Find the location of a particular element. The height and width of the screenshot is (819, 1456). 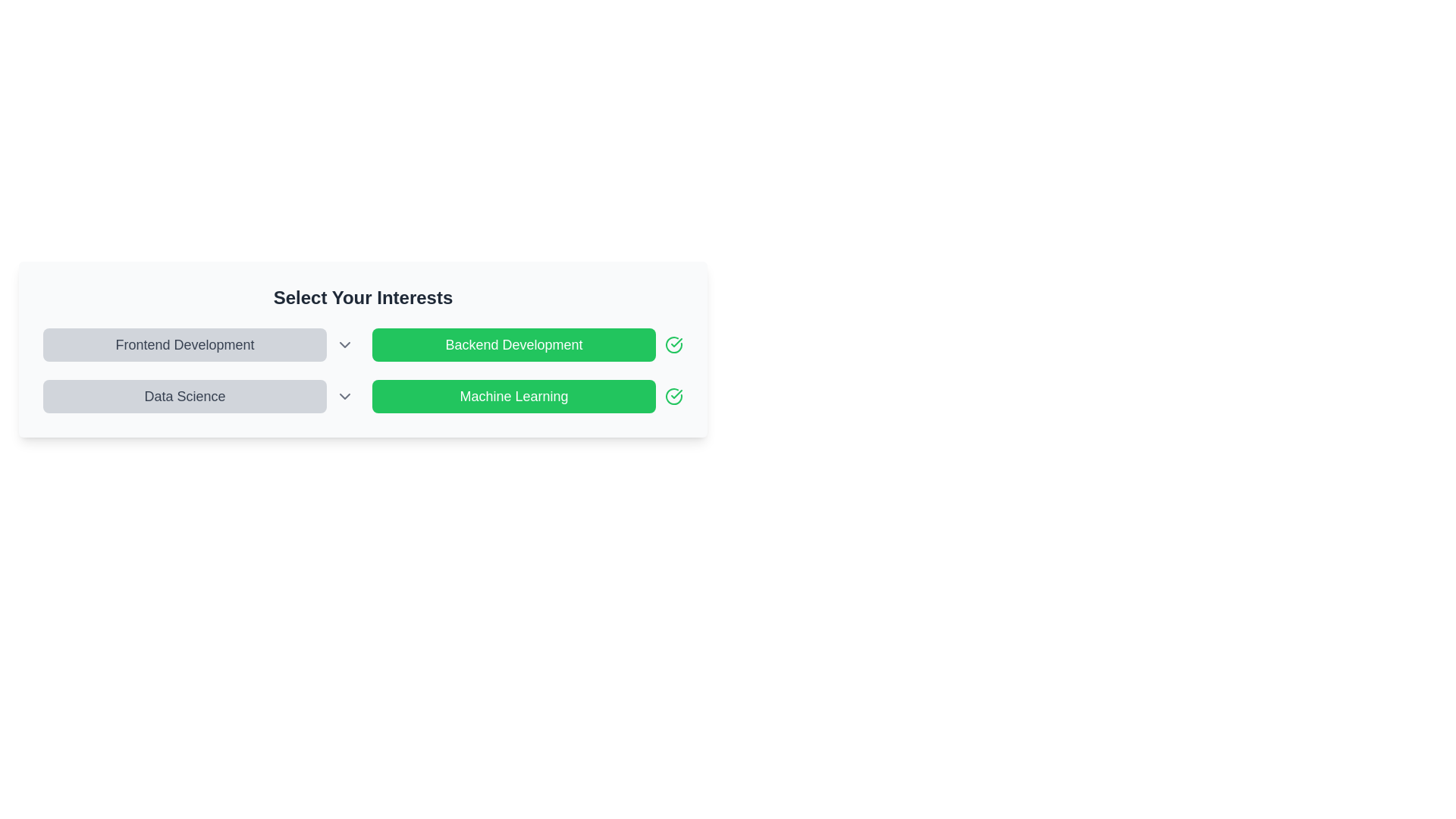

the button labeled 'Frontend Development' to toggle its activation state is located at coordinates (184, 345).